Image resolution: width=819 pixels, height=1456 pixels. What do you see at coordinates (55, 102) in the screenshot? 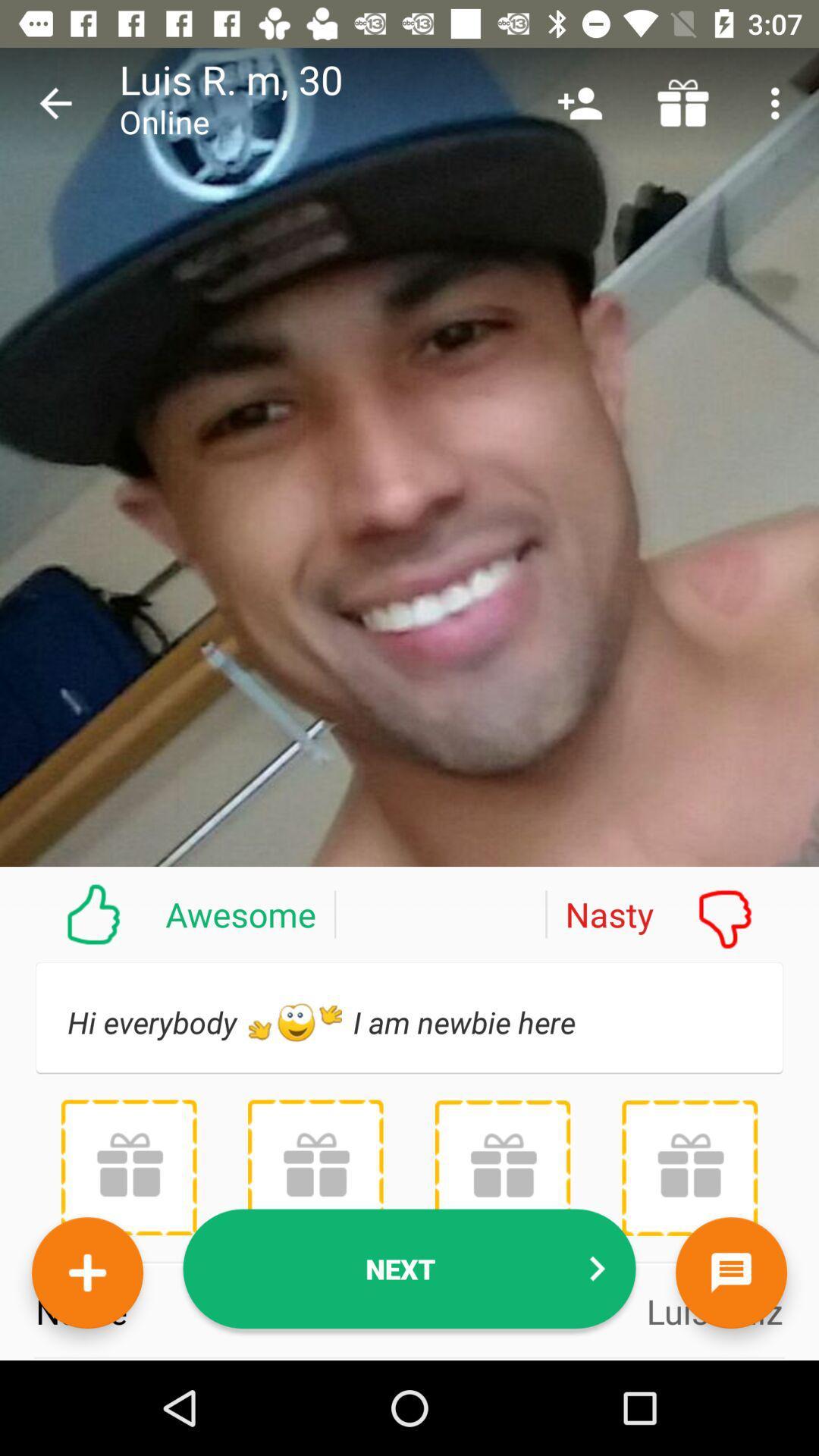
I see `the item to the left of luis r. item` at bounding box center [55, 102].